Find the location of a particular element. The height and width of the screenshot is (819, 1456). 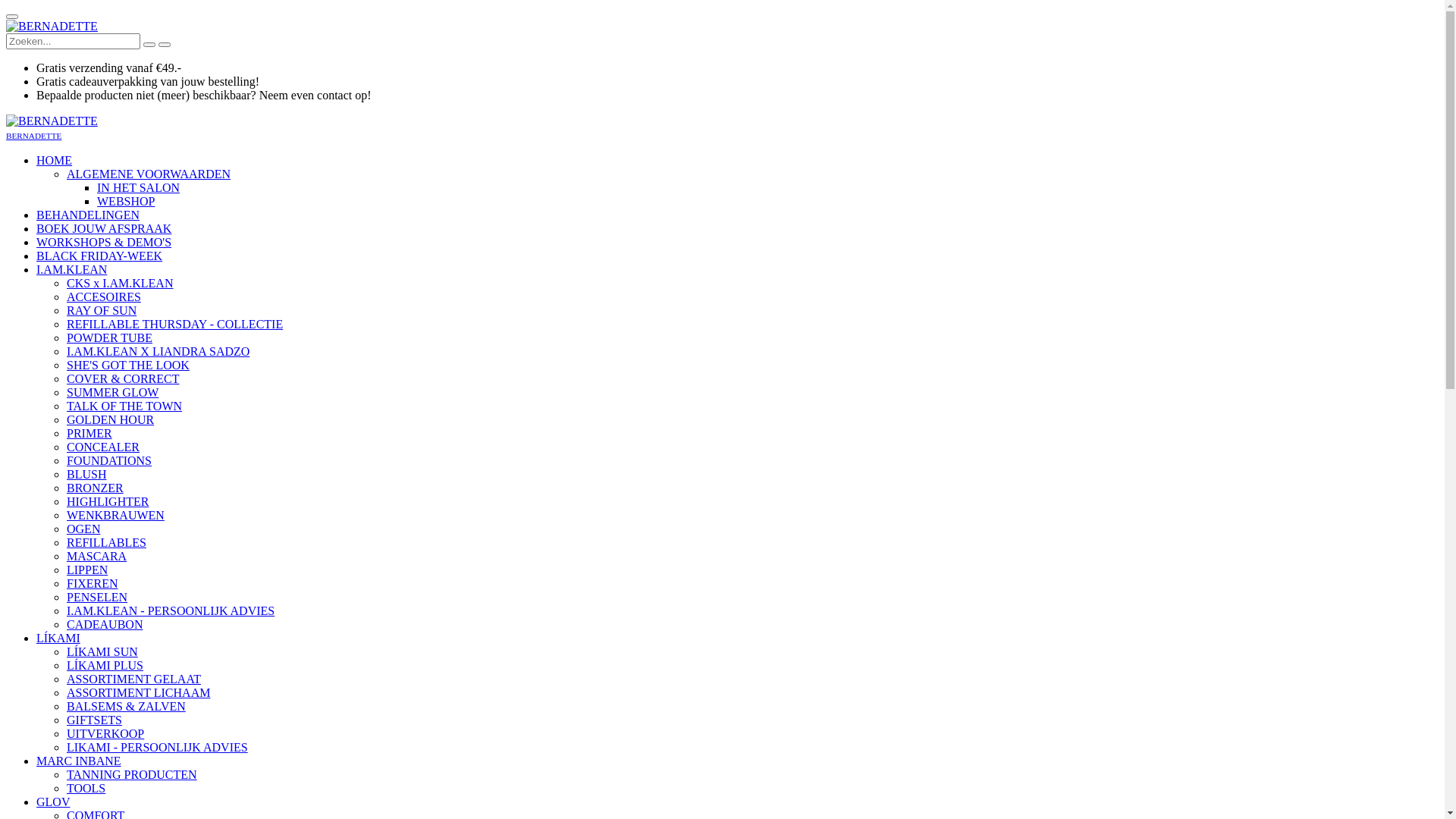

'ALGEMENE VOORWAARDEN' is located at coordinates (149, 173).